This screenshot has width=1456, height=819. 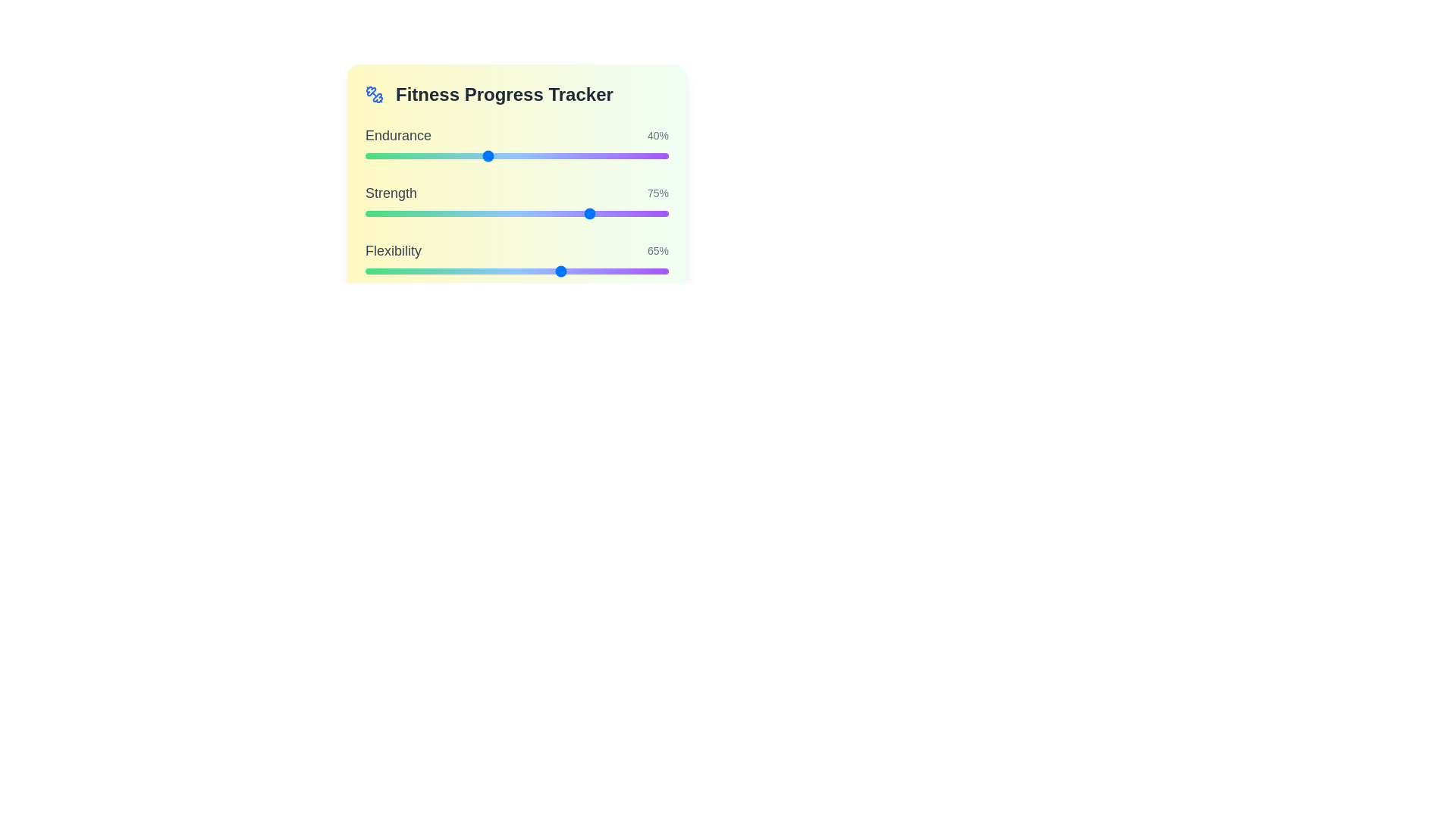 I want to click on the handle of the Strength slider (the second slider in the vertical layout), so click(x=516, y=213).